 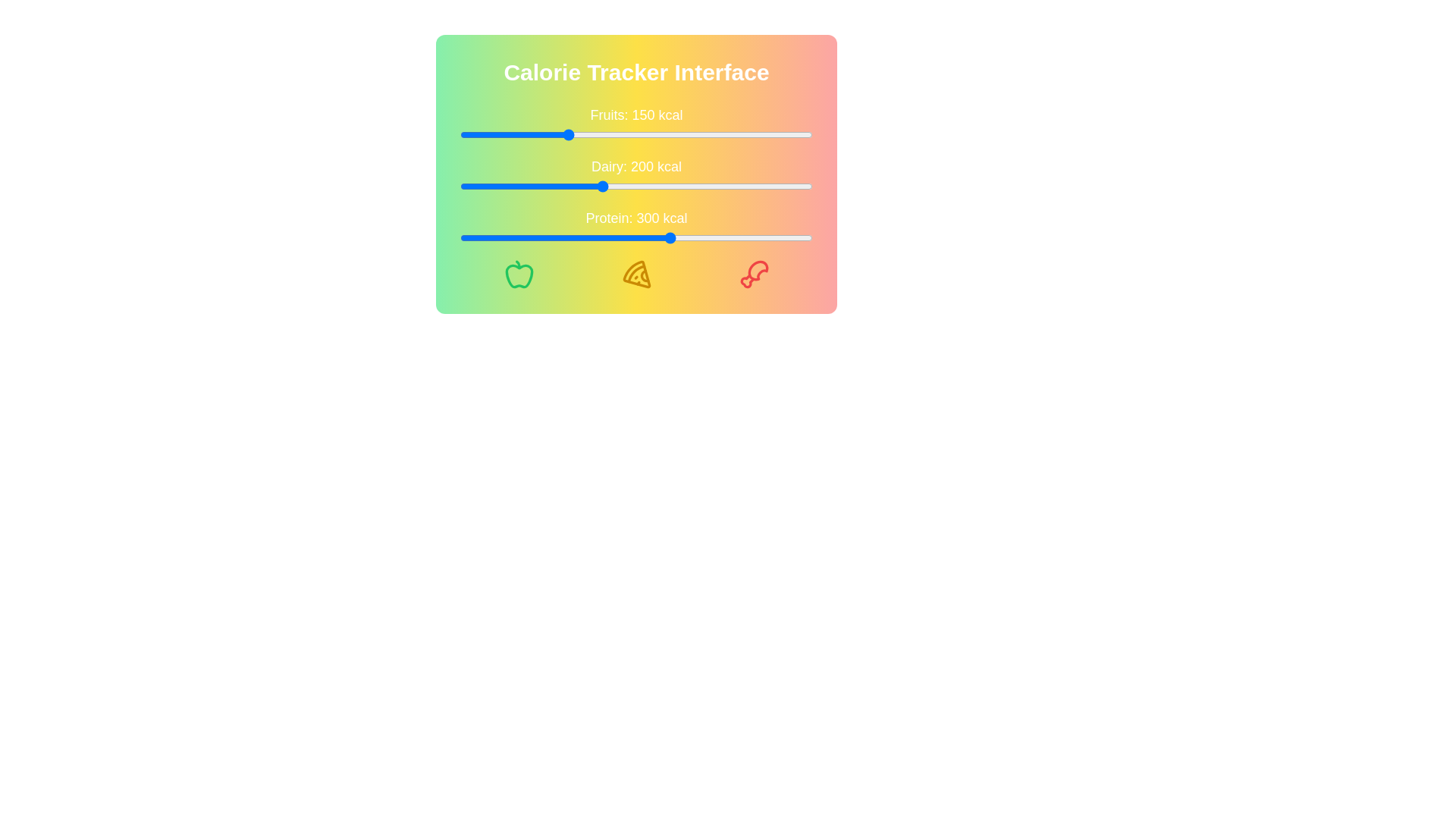 What do you see at coordinates (752, 186) in the screenshot?
I see `the Dairy calorie slider to 413 kcal` at bounding box center [752, 186].